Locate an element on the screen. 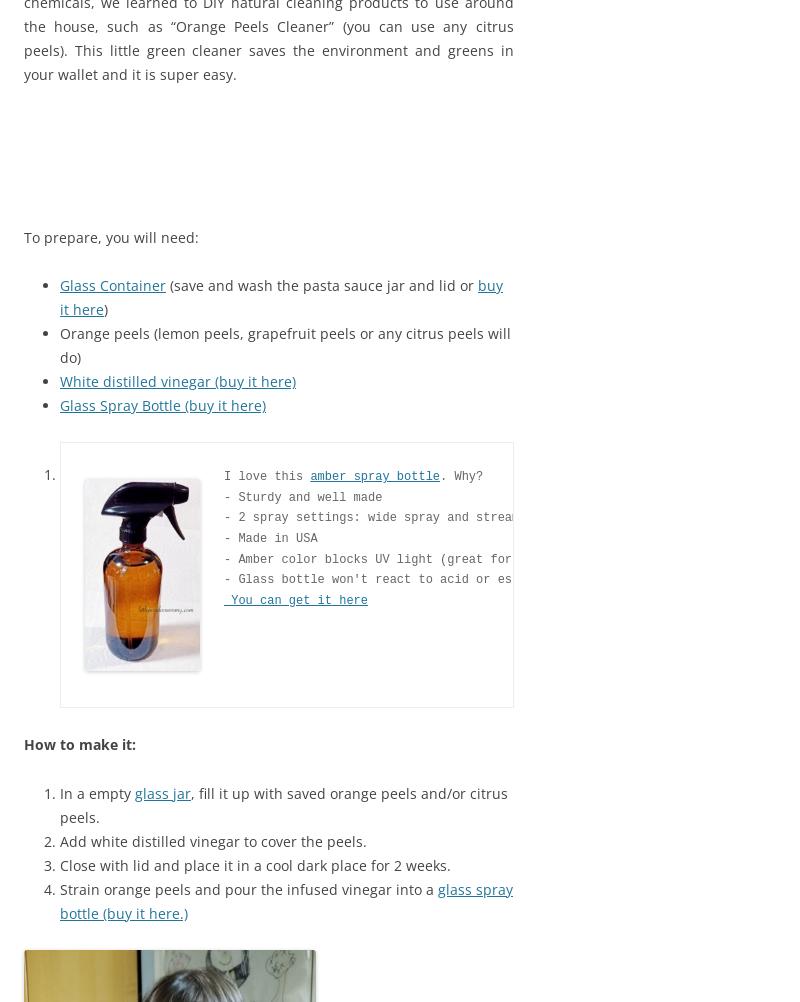  'Glass Spray Bottle (buy it here)' is located at coordinates (59, 405).